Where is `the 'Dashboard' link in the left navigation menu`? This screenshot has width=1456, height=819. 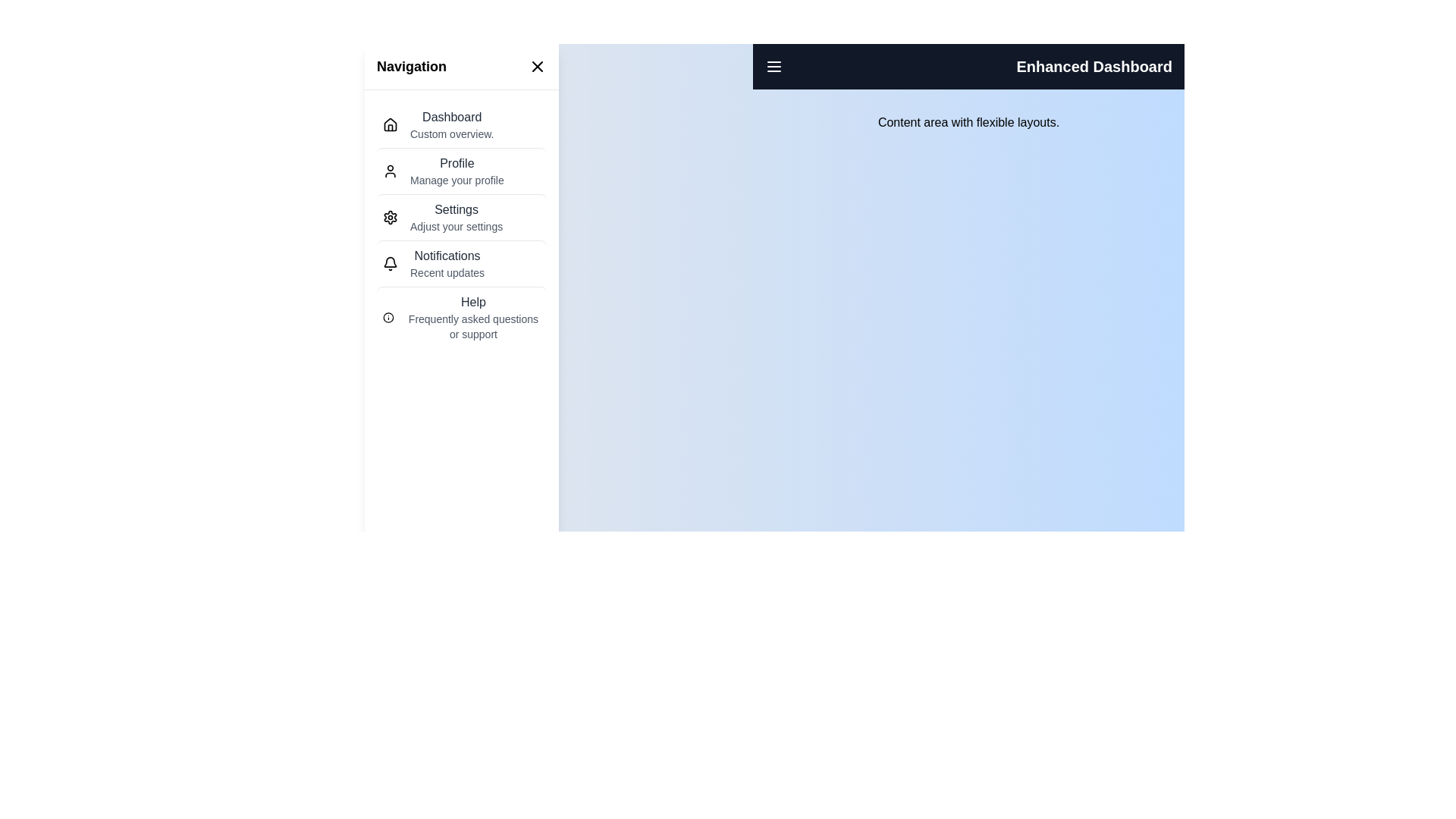 the 'Dashboard' link in the left navigation menu is located at coordinates (451, 124).